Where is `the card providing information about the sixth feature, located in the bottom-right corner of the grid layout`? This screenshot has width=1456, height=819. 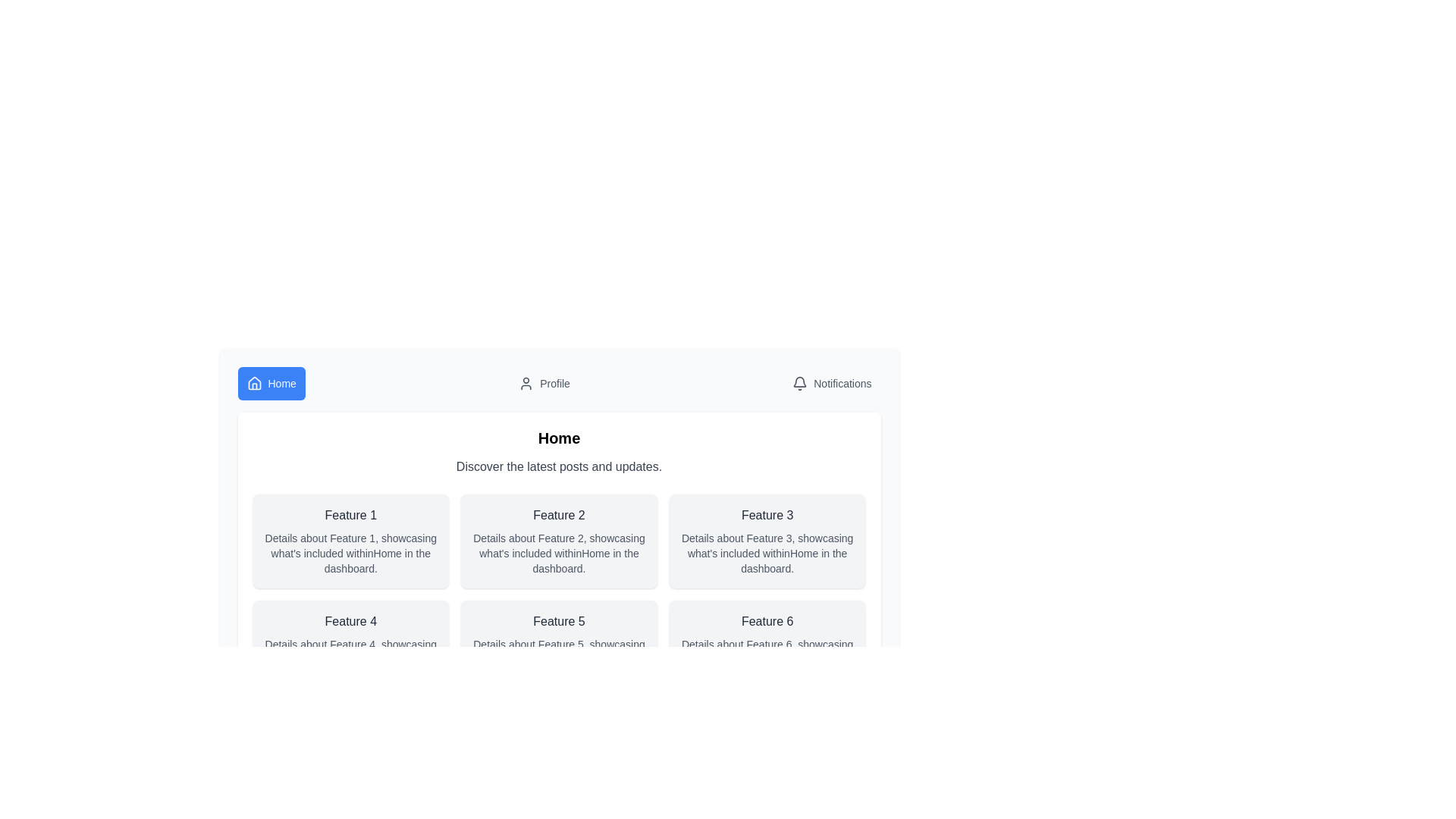
the card providing information about the sixth feature, located in the bottom-right corner of the grid layout is located at coordinates (767, 647).